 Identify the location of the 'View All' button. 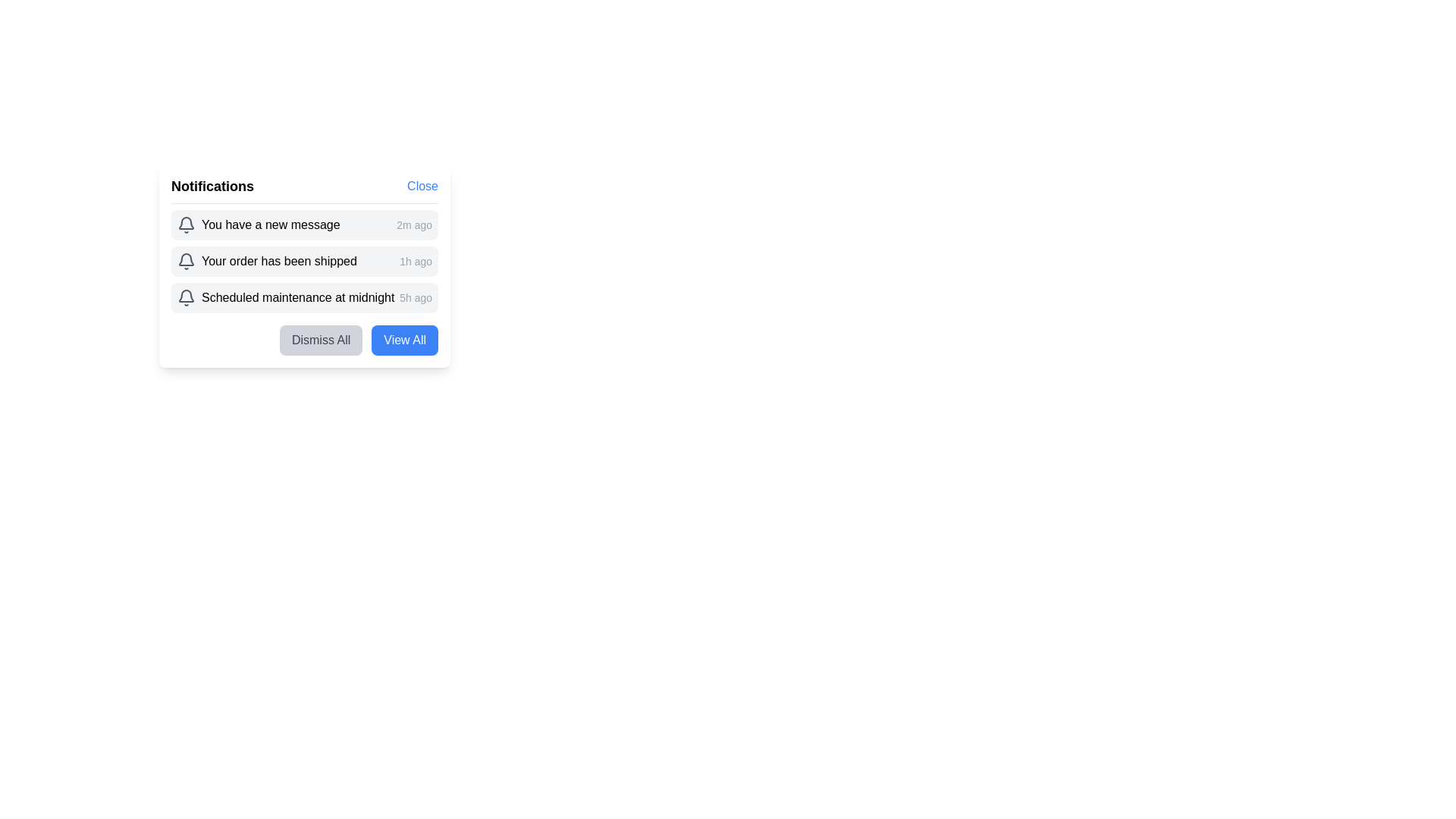
(405, 339).